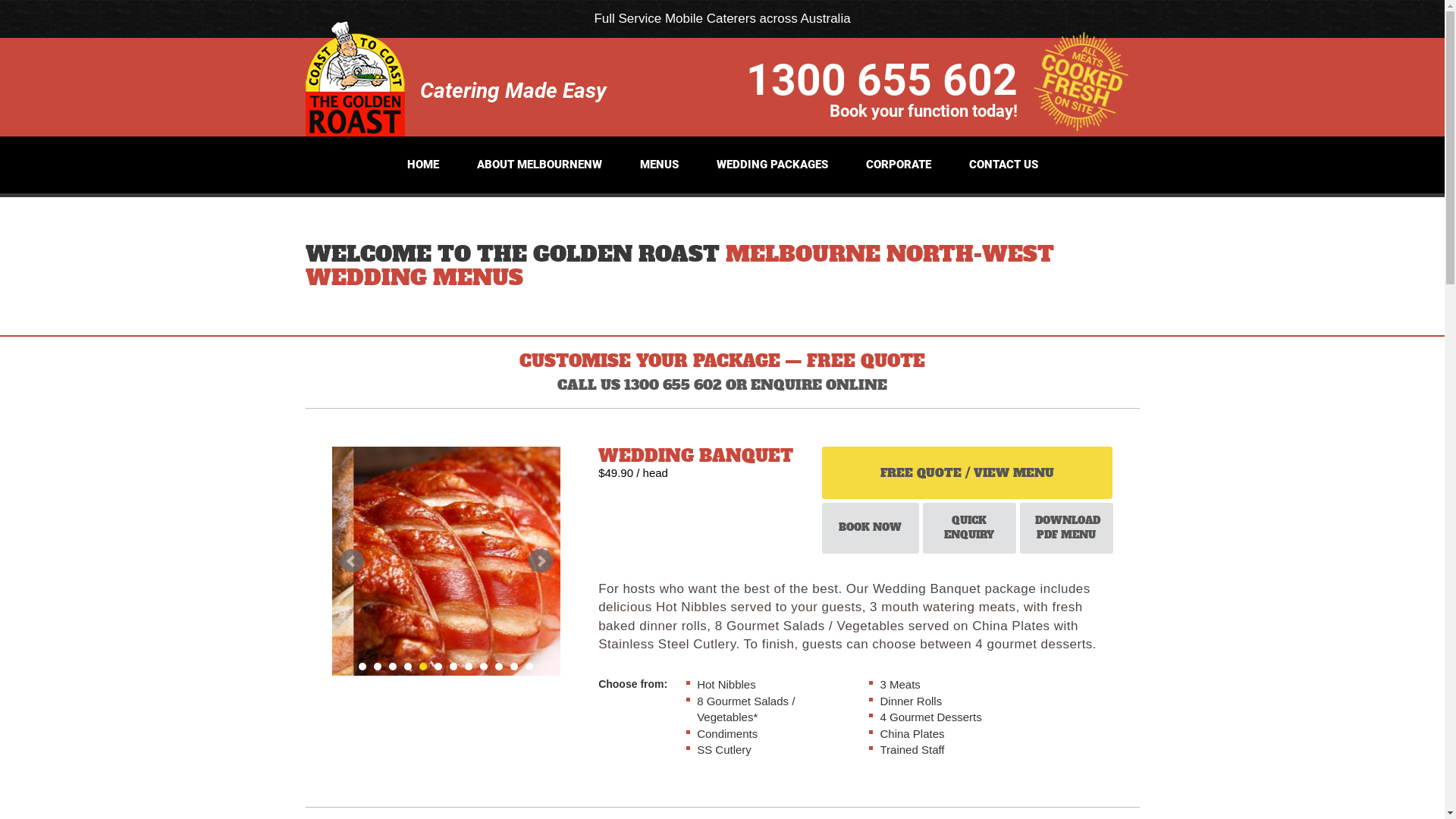 The width and height of the screenshot is (1456, 819). I want to click on 'Next', so click(528, 561).